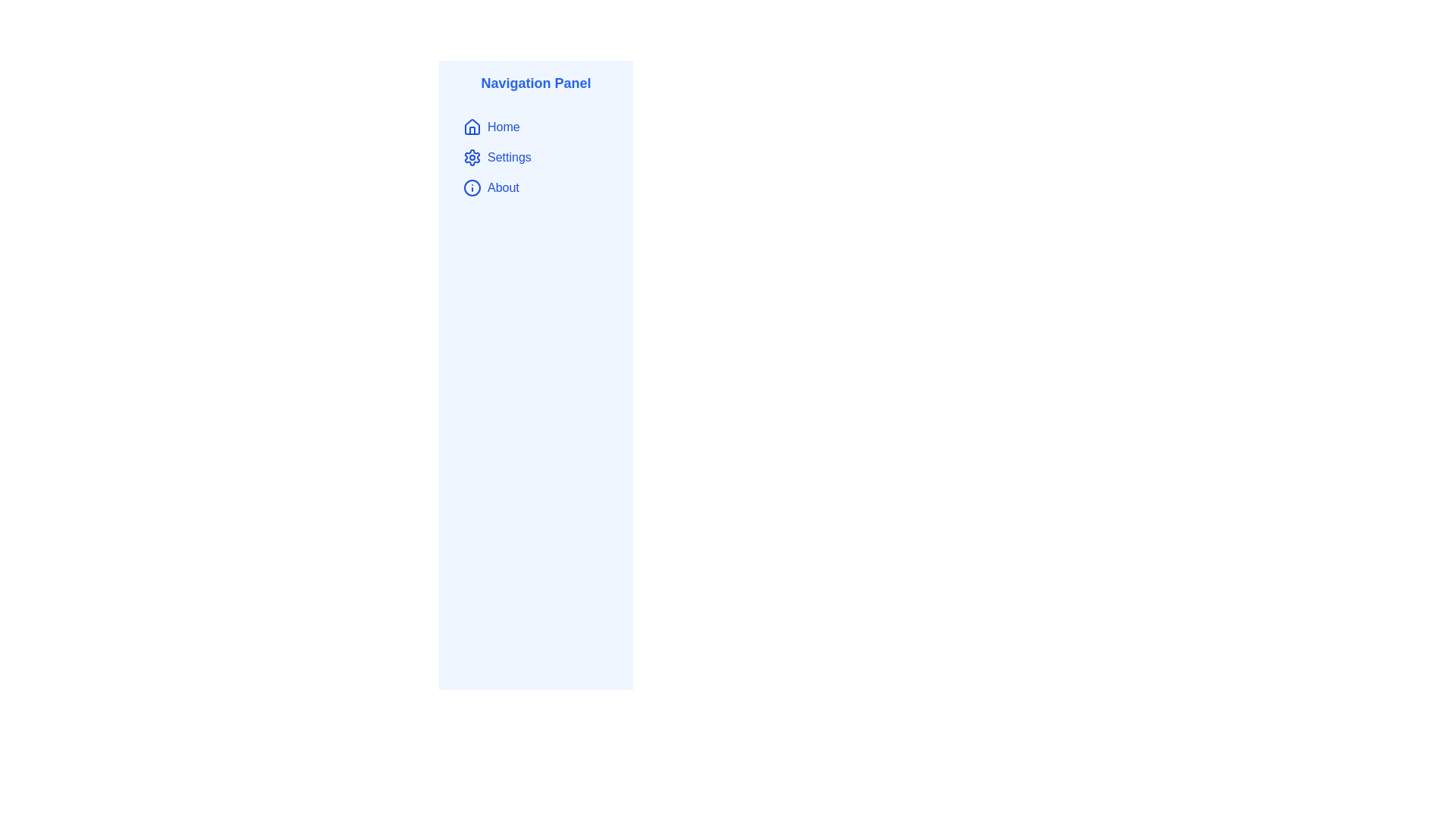 Image resolution: width=1456 pixels, height=819 pixels. I want to click on the decorative graphic element associated with the 'About' section in the navigation panel, which is represented as an outermost part of a layered SVG graphic structure, so click(472, 187).